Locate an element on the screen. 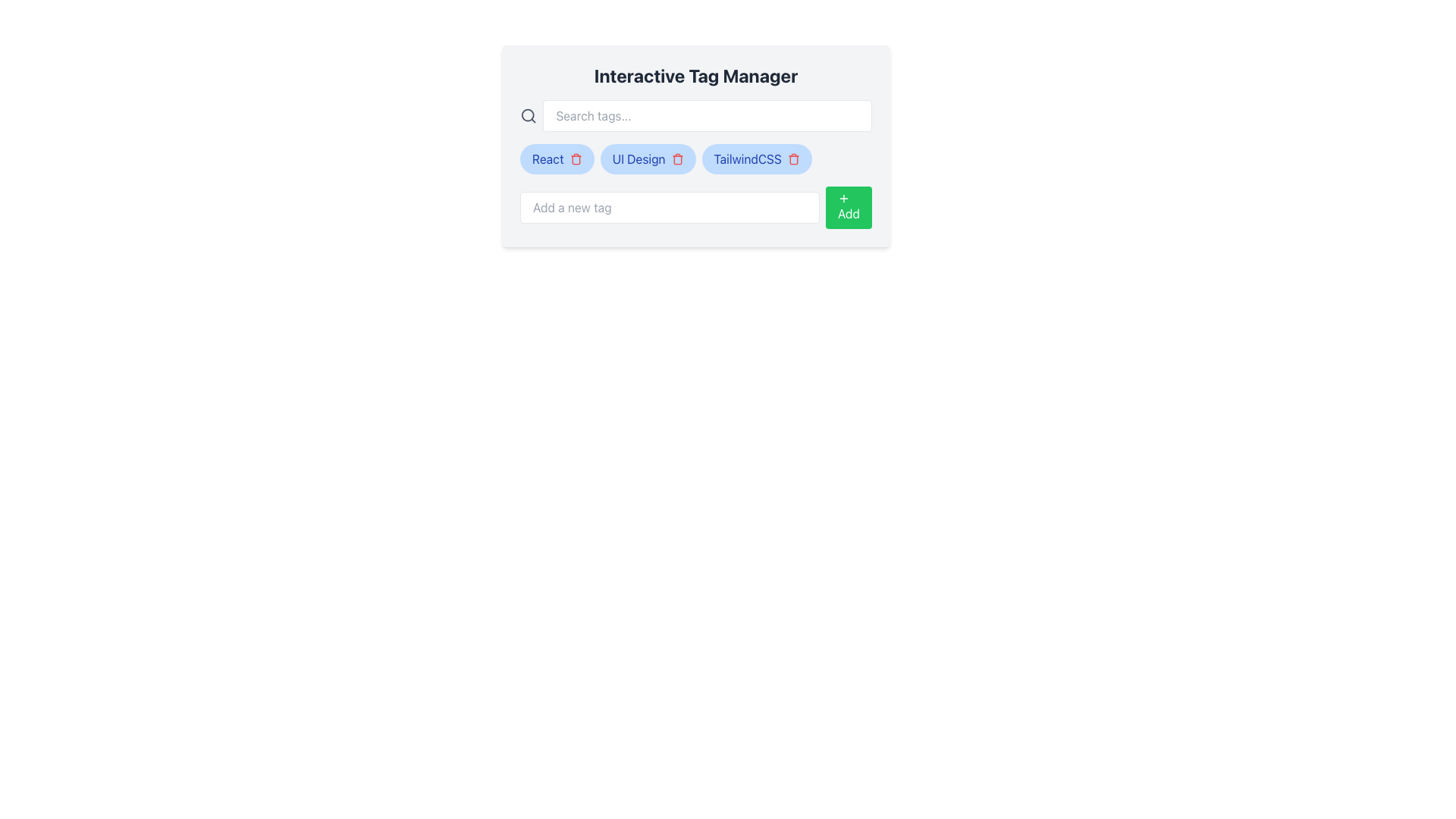  the interactive trash icon styled with 'text-red-500' for delete action is located at coordinates (792, 158).